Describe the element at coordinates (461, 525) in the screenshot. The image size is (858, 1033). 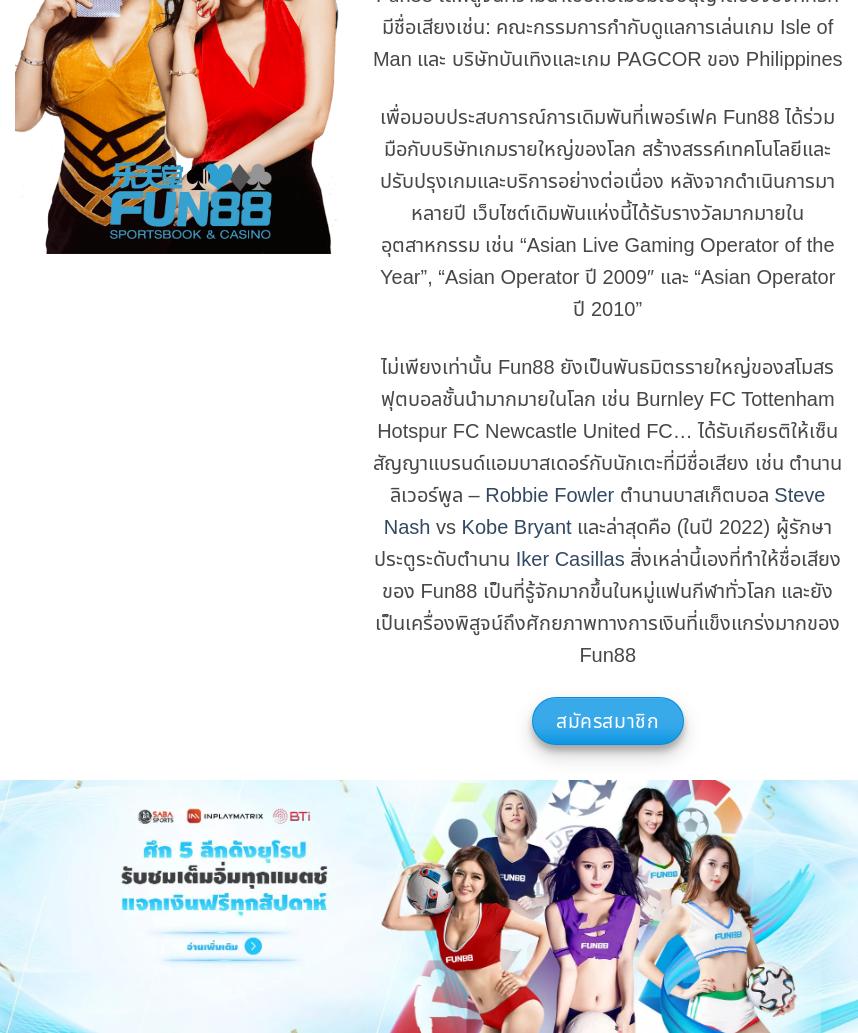
I see `'Kobe Bryant'` at that location.